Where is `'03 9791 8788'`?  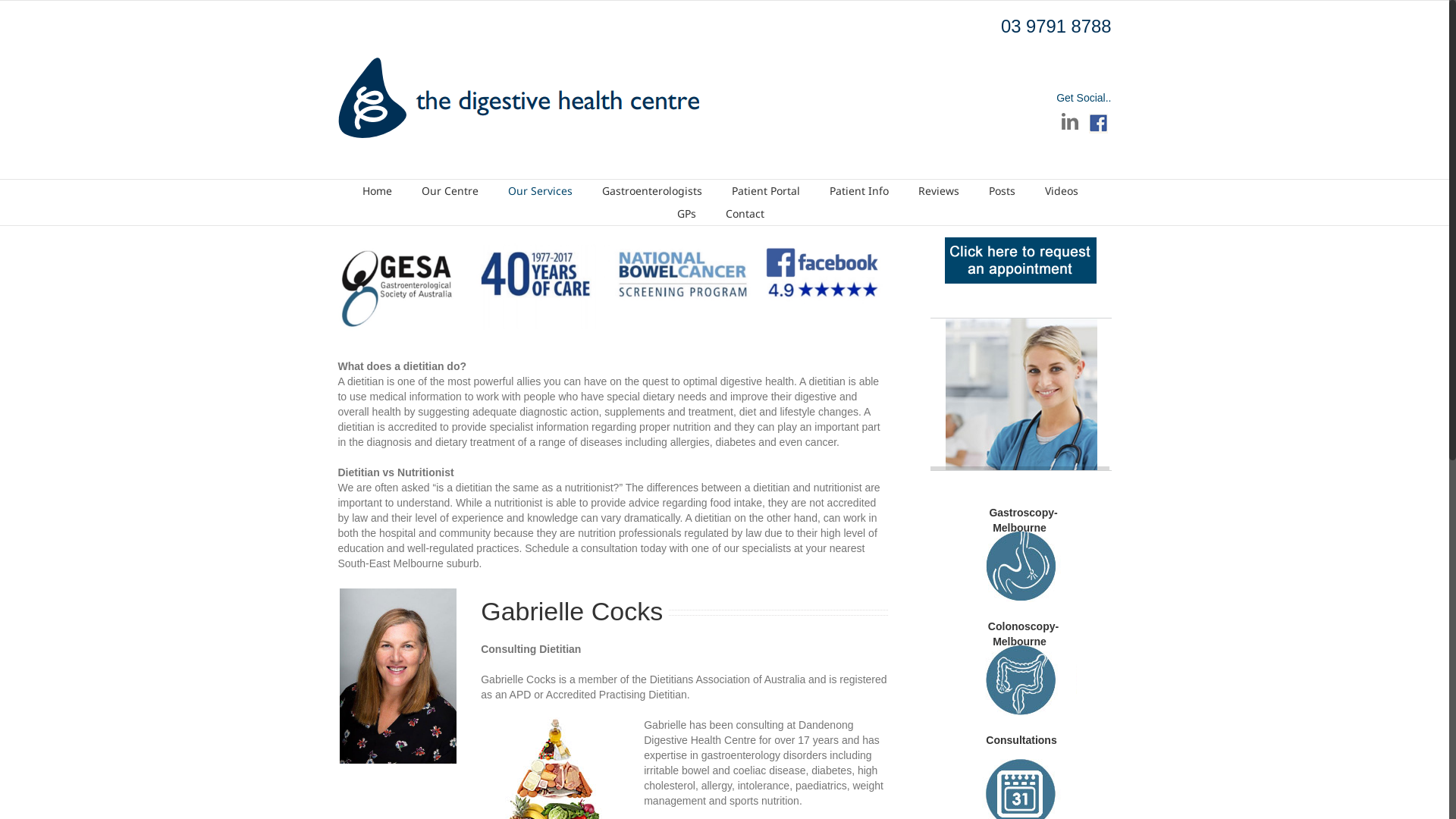 '03 9791 8788' is located at coordinates (1001, 26).